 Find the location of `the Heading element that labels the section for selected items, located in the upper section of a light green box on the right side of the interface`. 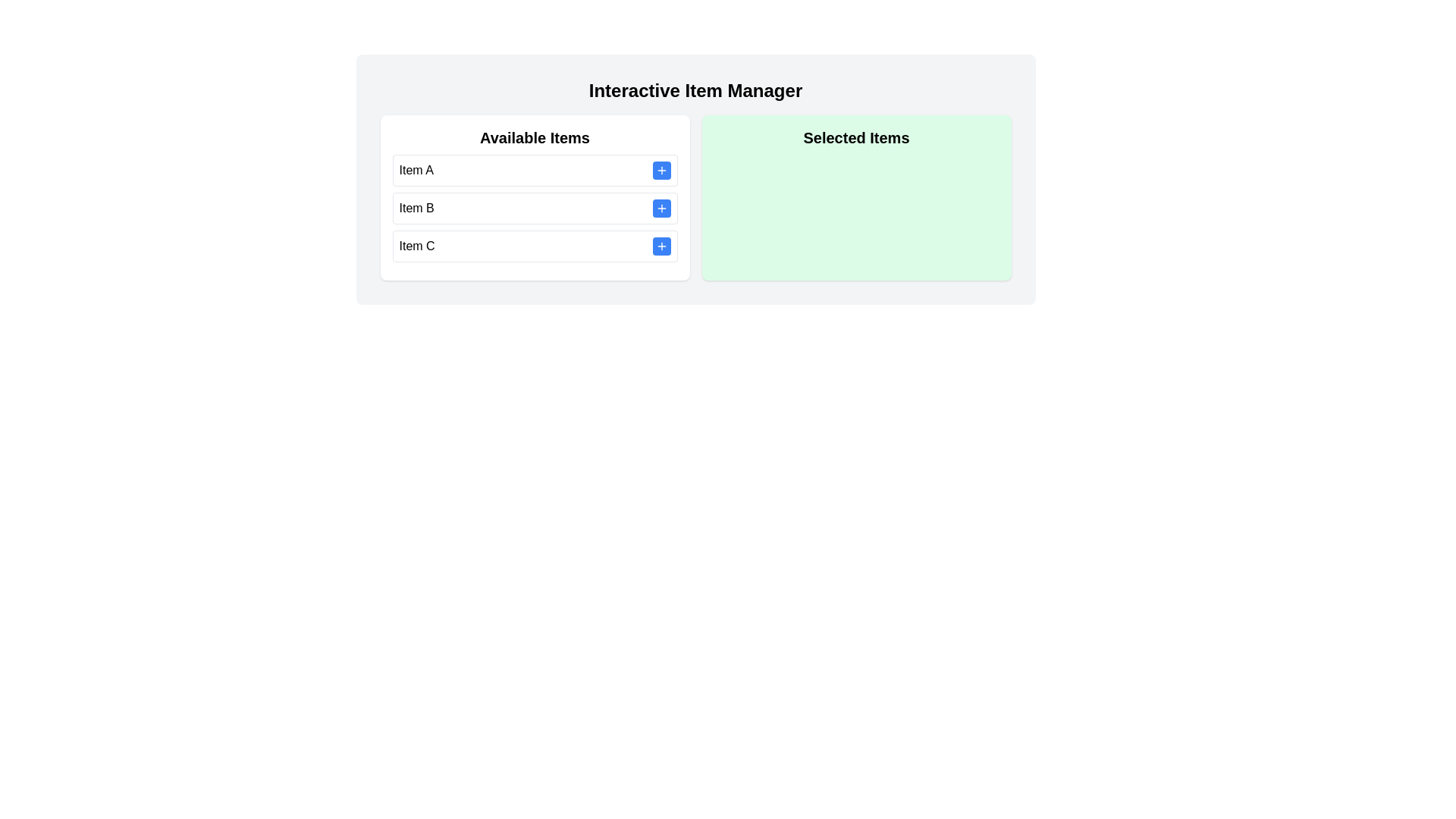

the Heading element that labels the section for selected items, located in the upper section of a light green box on the right side of the interface is located at coordinates (856, 137).